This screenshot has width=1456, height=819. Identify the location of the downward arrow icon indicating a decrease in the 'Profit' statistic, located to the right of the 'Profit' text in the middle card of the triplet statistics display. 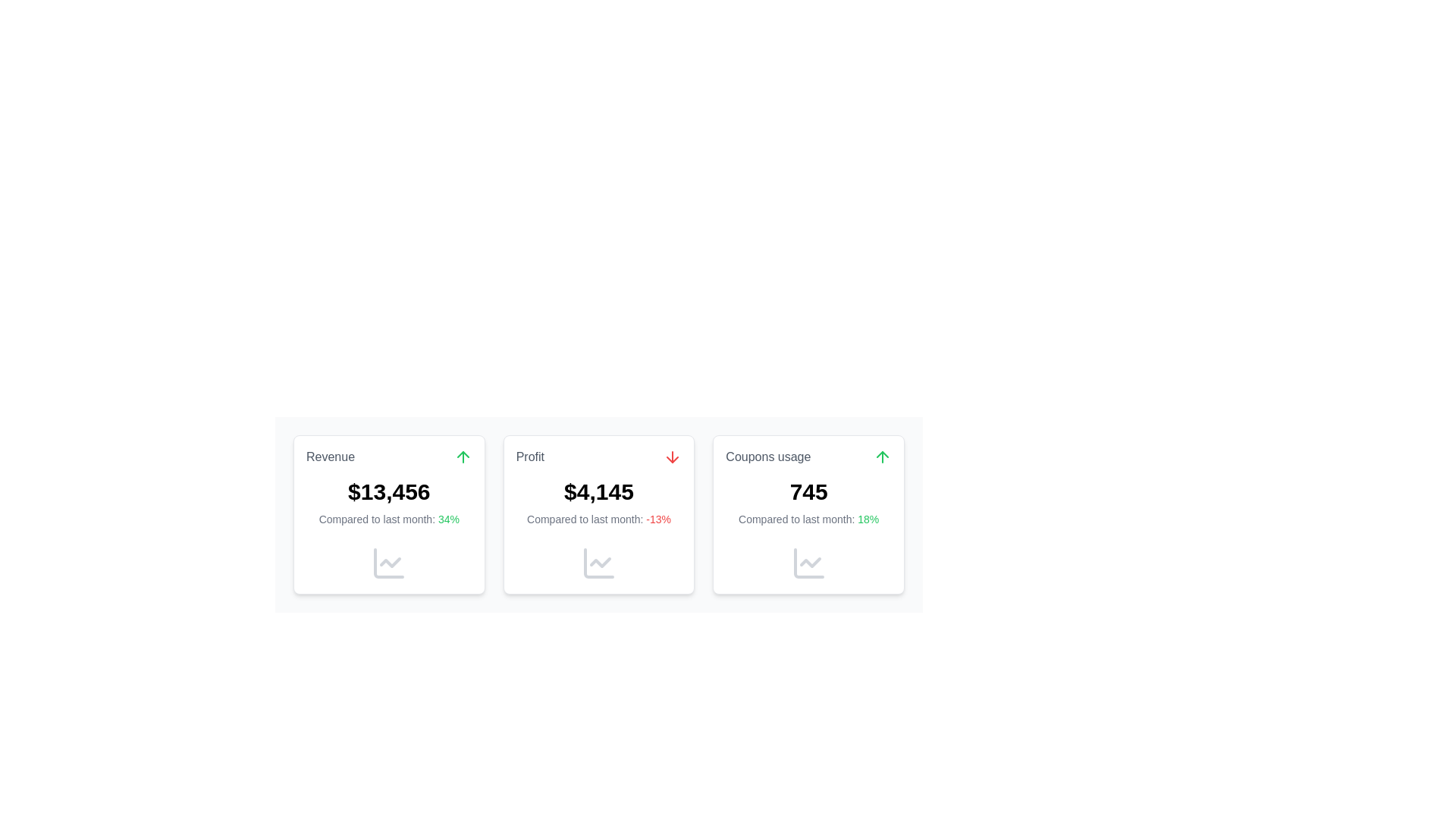
(672, 456).